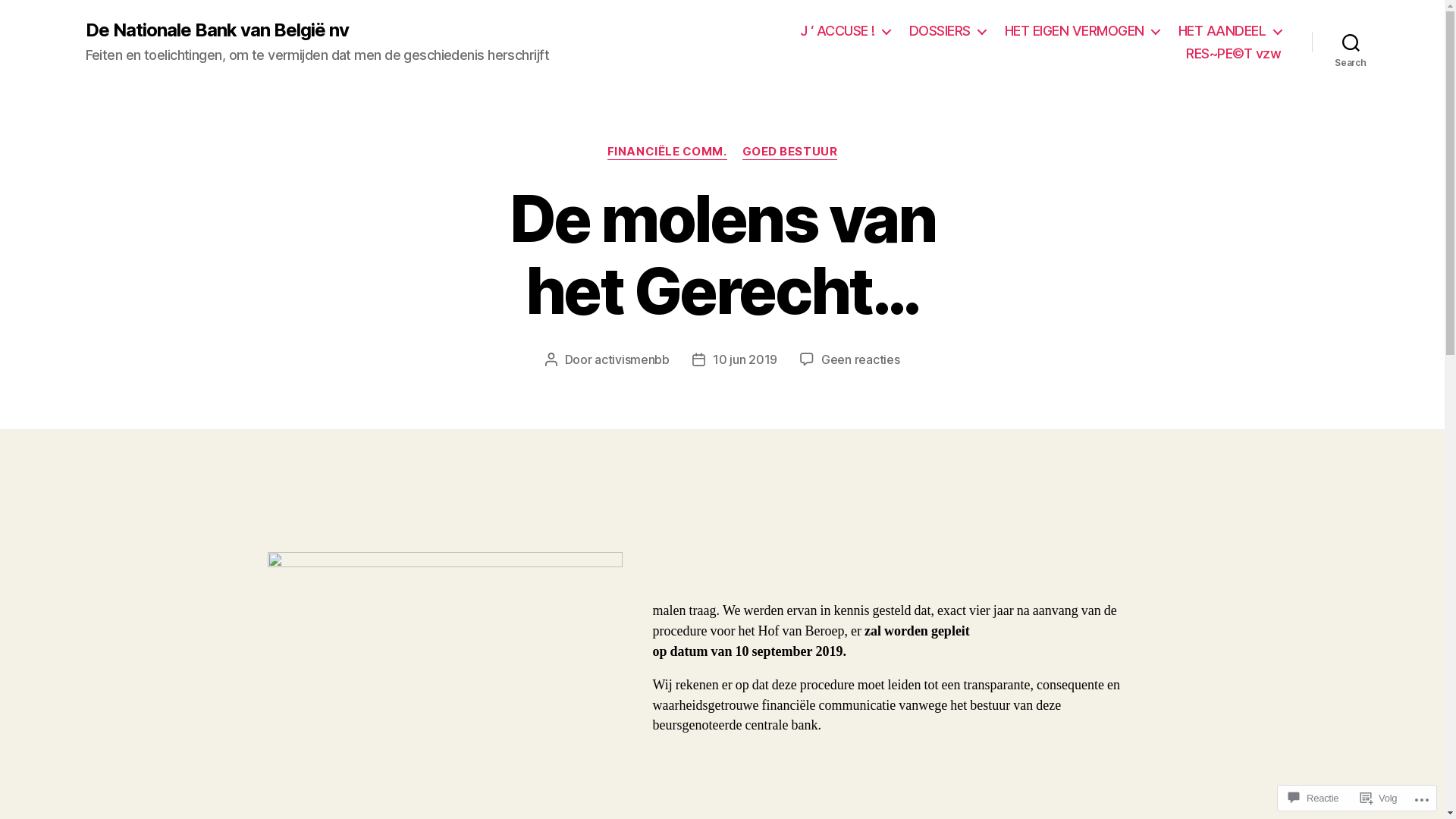 Image resolution: width=1456 pixels, height=819 pixels. I want to click on '10 jun 2019', so click(712, 359).